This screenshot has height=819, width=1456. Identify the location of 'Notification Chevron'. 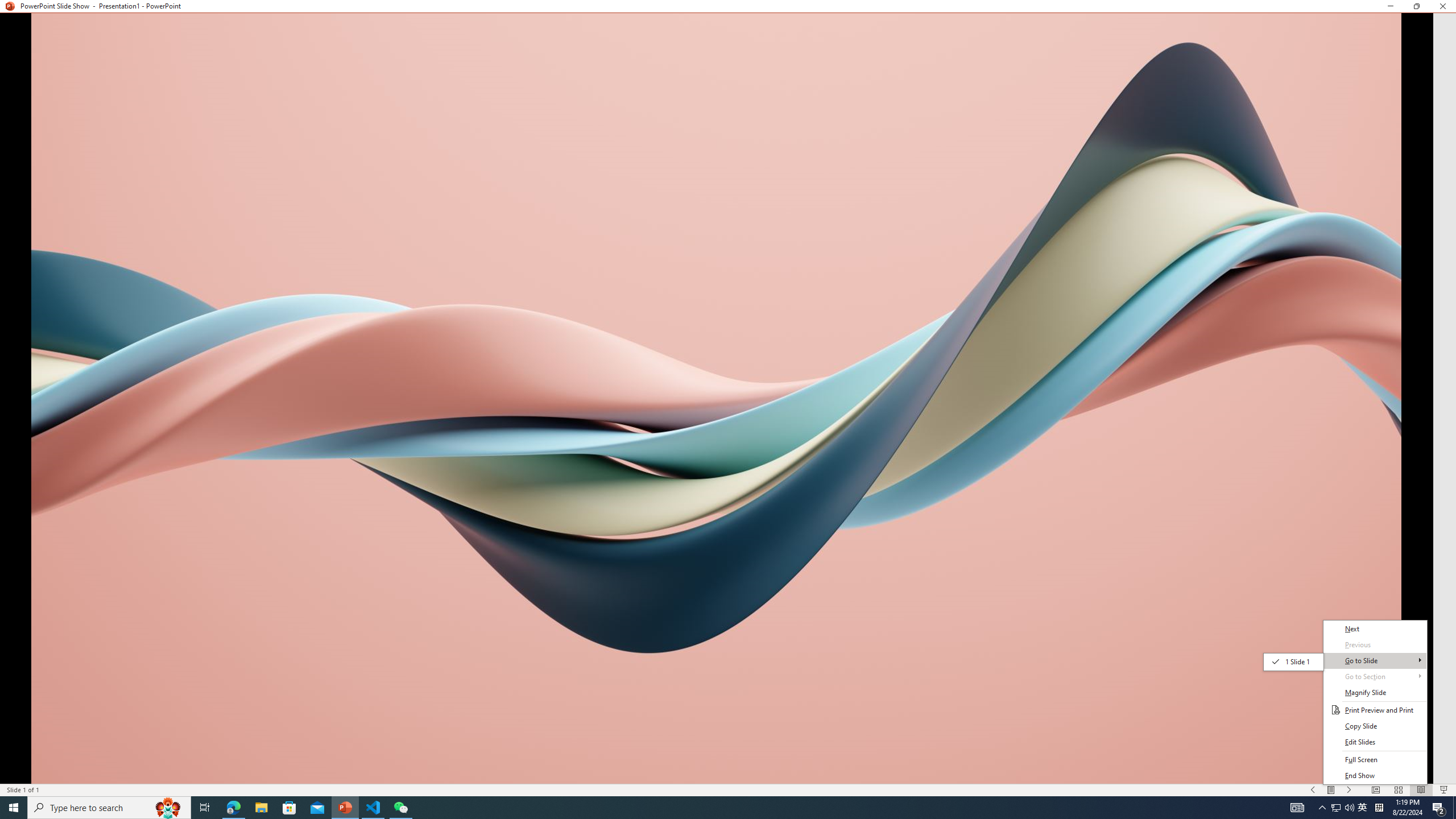
(1322, 806).